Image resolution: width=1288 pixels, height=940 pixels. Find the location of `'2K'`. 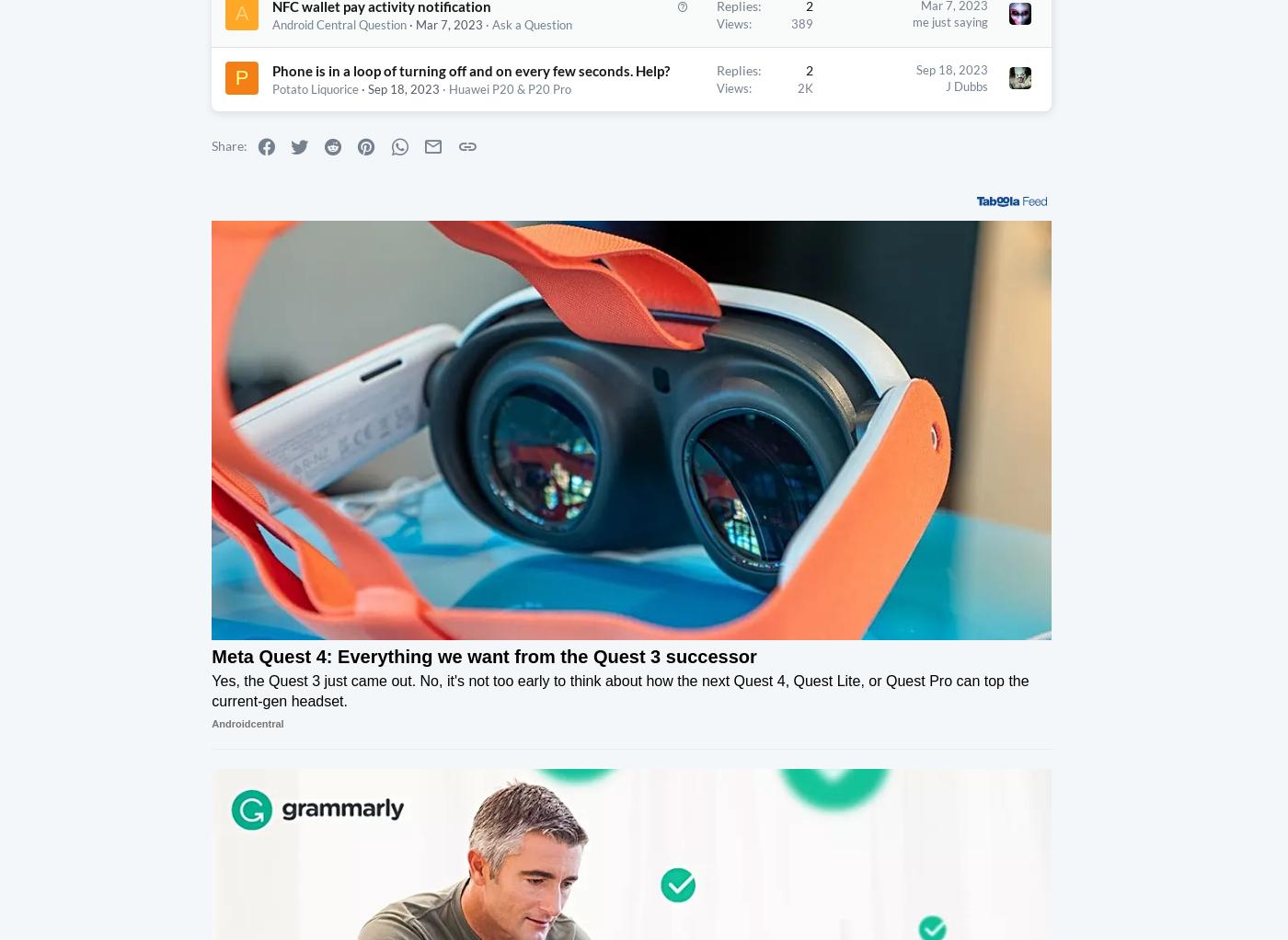

'2K' is located at coordinates (729, 122).